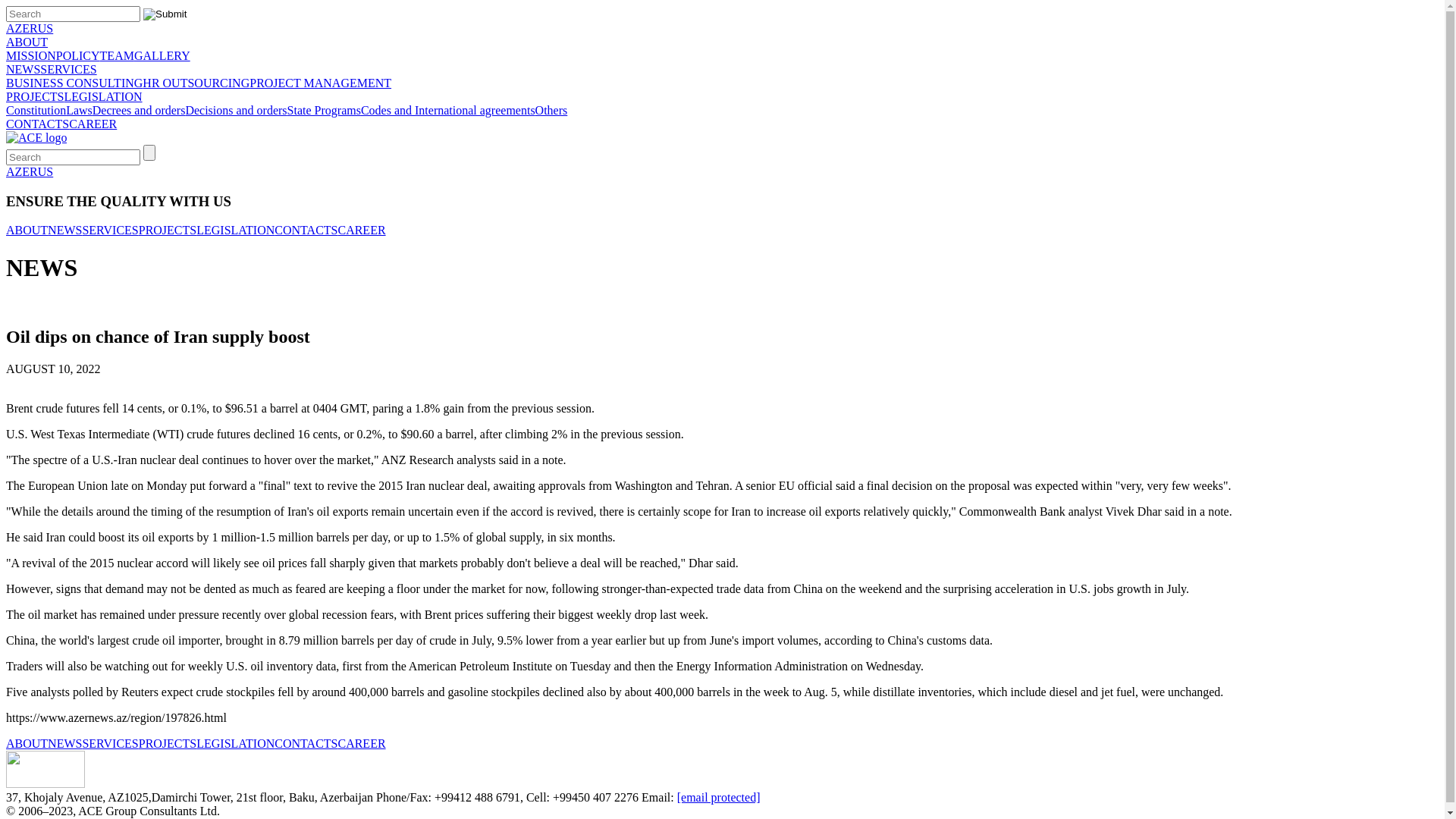 The width and height of the screenshot is (1456, 819). What do you see at coordinates (31, 55) in the screenshot?
I see `'MISSION'` at bounding box center [31, 55].